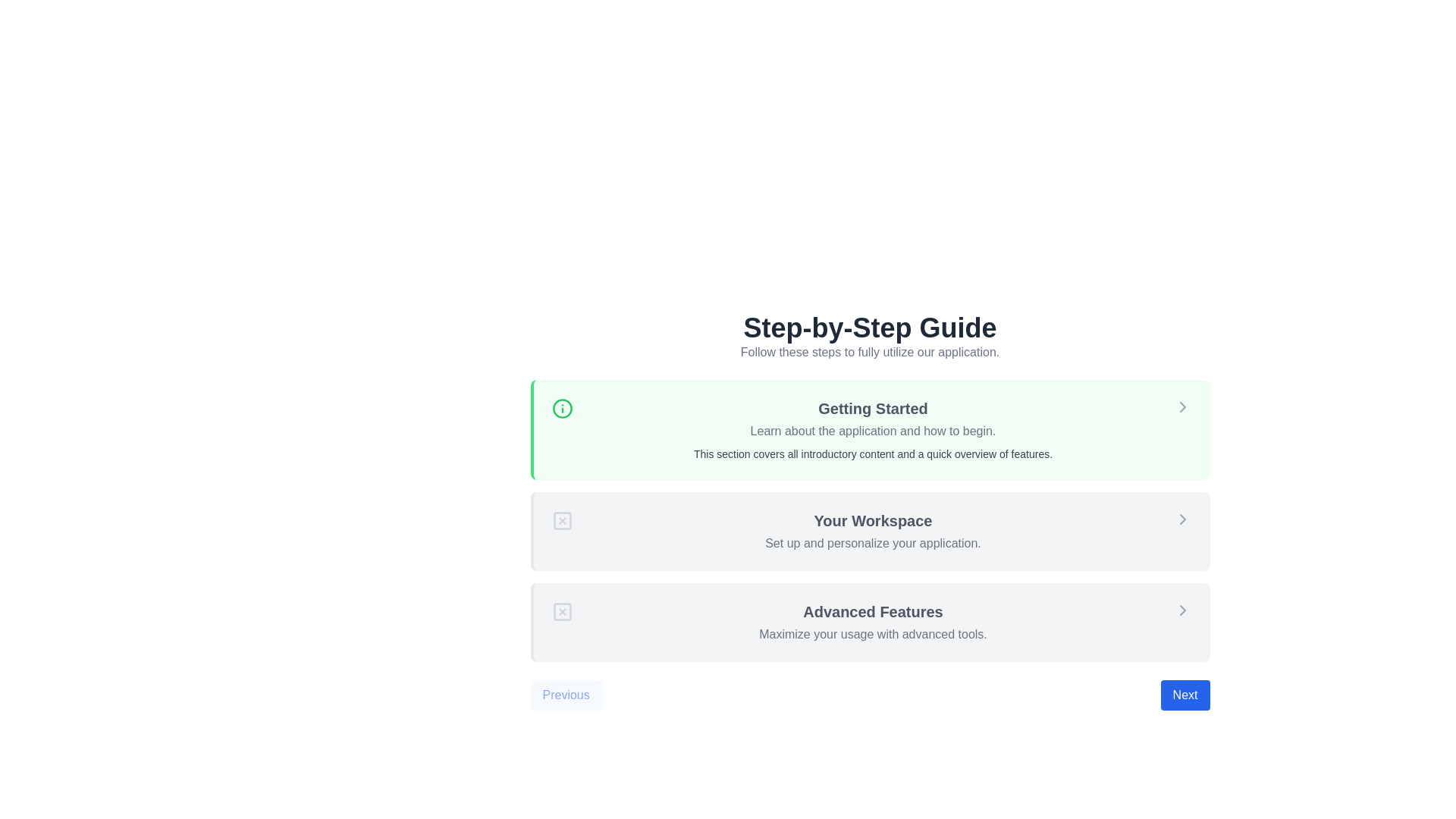  Describe the element at coordinates (1181, 610) in the screenshot. I see `the right-facing chevron icon in the 'Advanced Features' module` at that location.